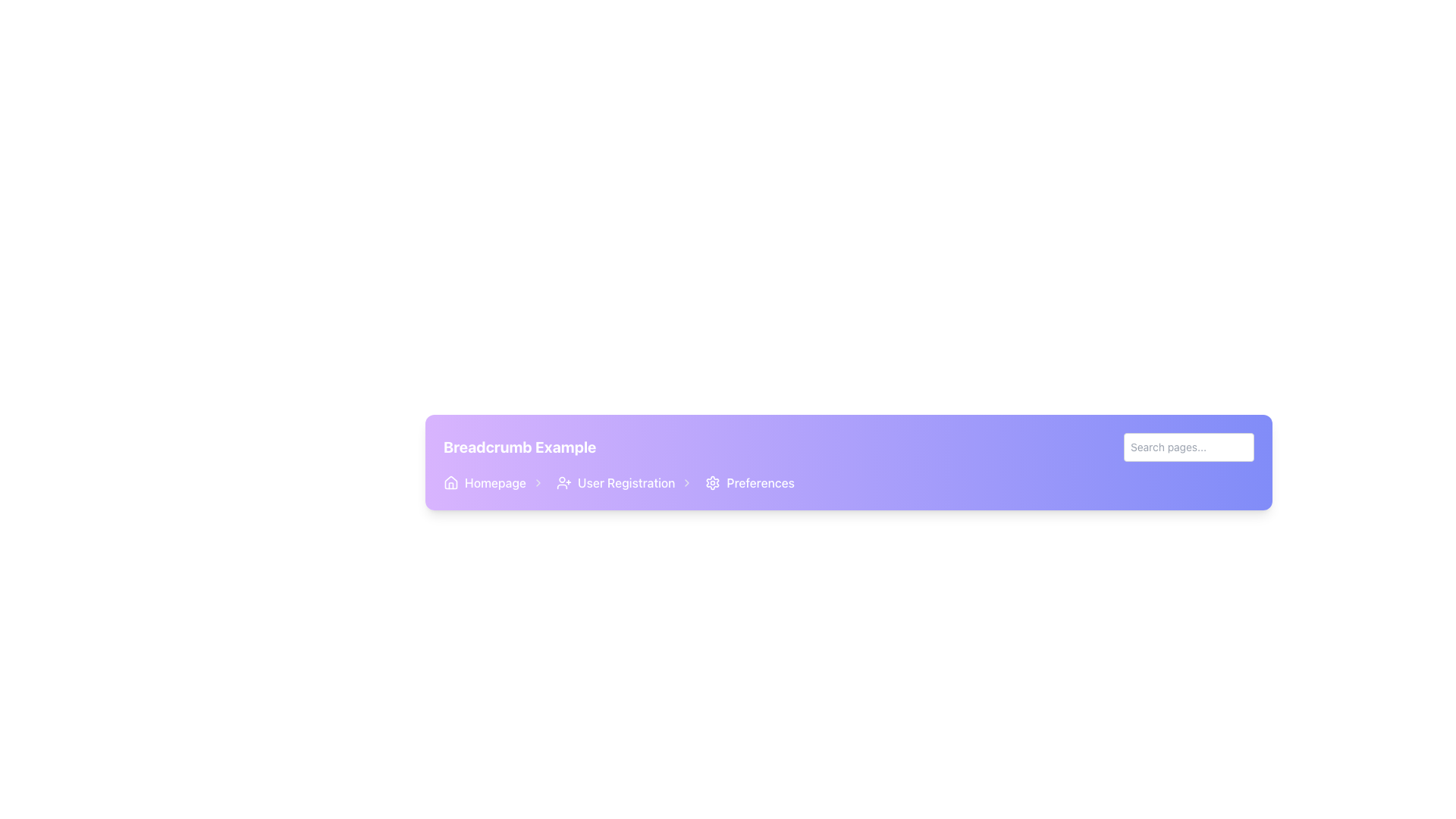 The image size is (1456, 819). I want to click on the clickable link in the breadcrumb navigation bar that leads to the 'User Registration' page to potentially reveal additional information or a tooltip, so click(625, 482).